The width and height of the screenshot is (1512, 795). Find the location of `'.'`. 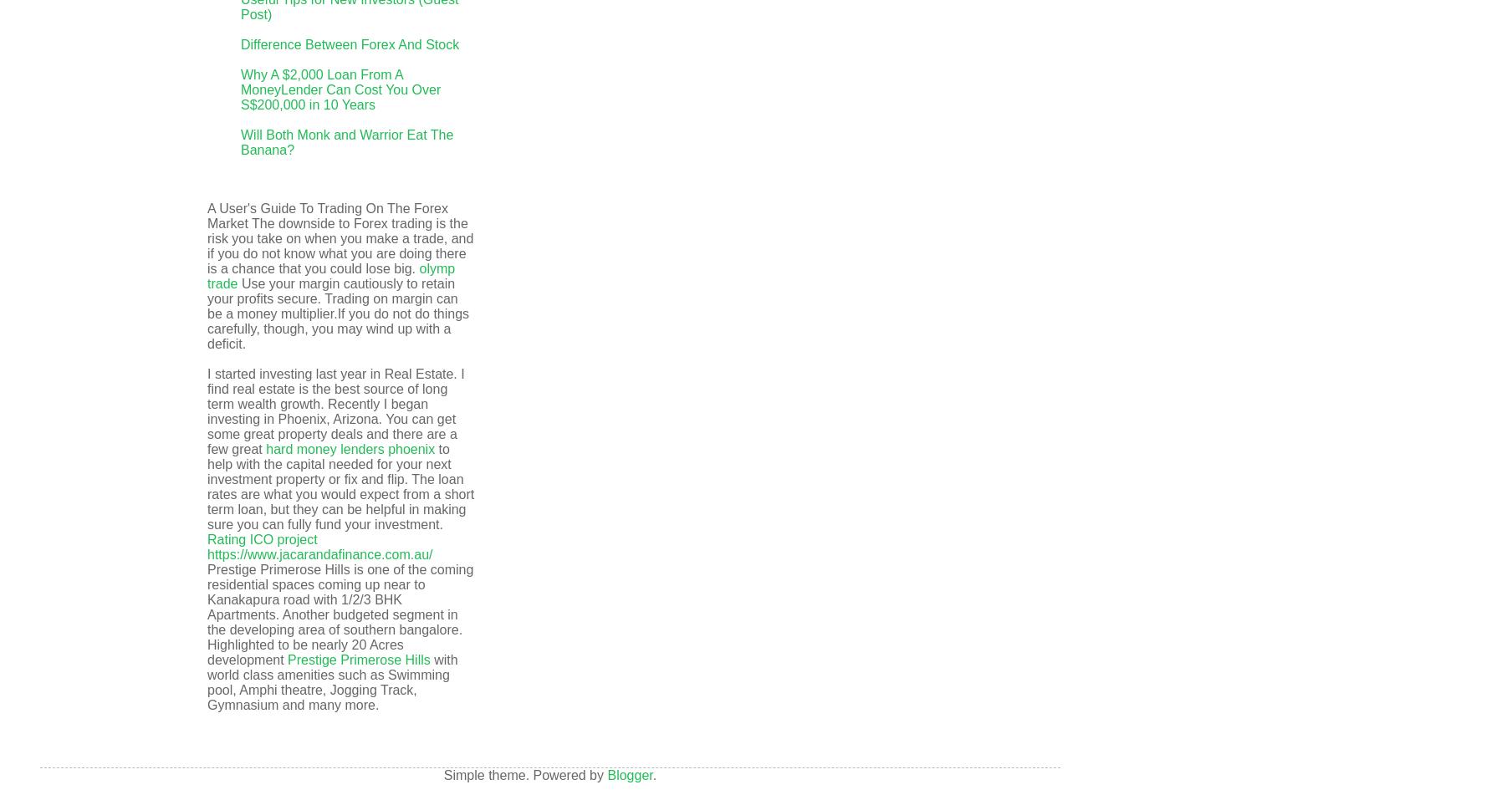

'.' is located at coordinates (654, 774).